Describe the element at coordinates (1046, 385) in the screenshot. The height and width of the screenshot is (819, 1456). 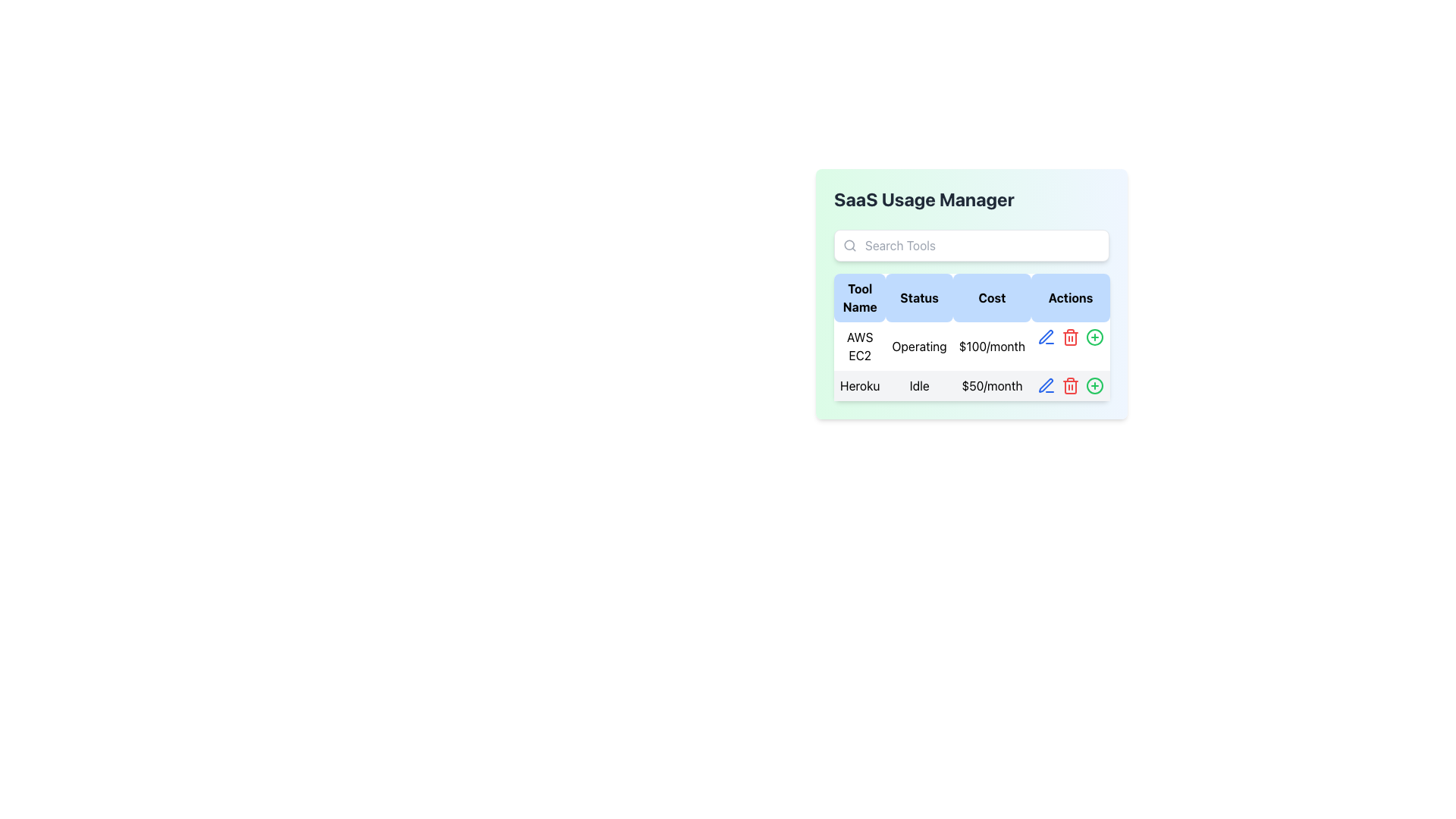
I see `the blue pen-shaped icon button located in the 'Actions' column of the top row in the 'SaaS Usage Manager' interface` at that location.